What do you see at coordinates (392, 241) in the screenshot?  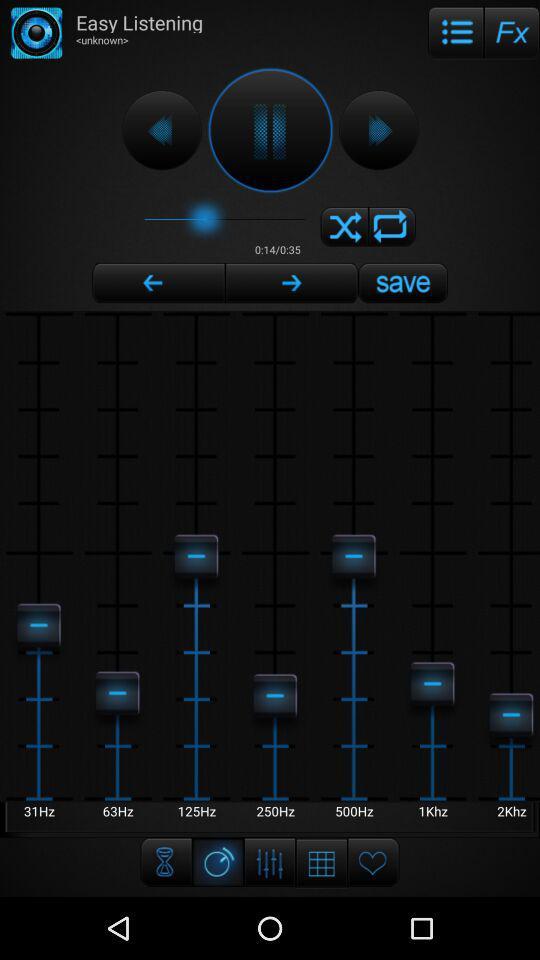 I see `the repeat icon` at bounding box center [392, 241].